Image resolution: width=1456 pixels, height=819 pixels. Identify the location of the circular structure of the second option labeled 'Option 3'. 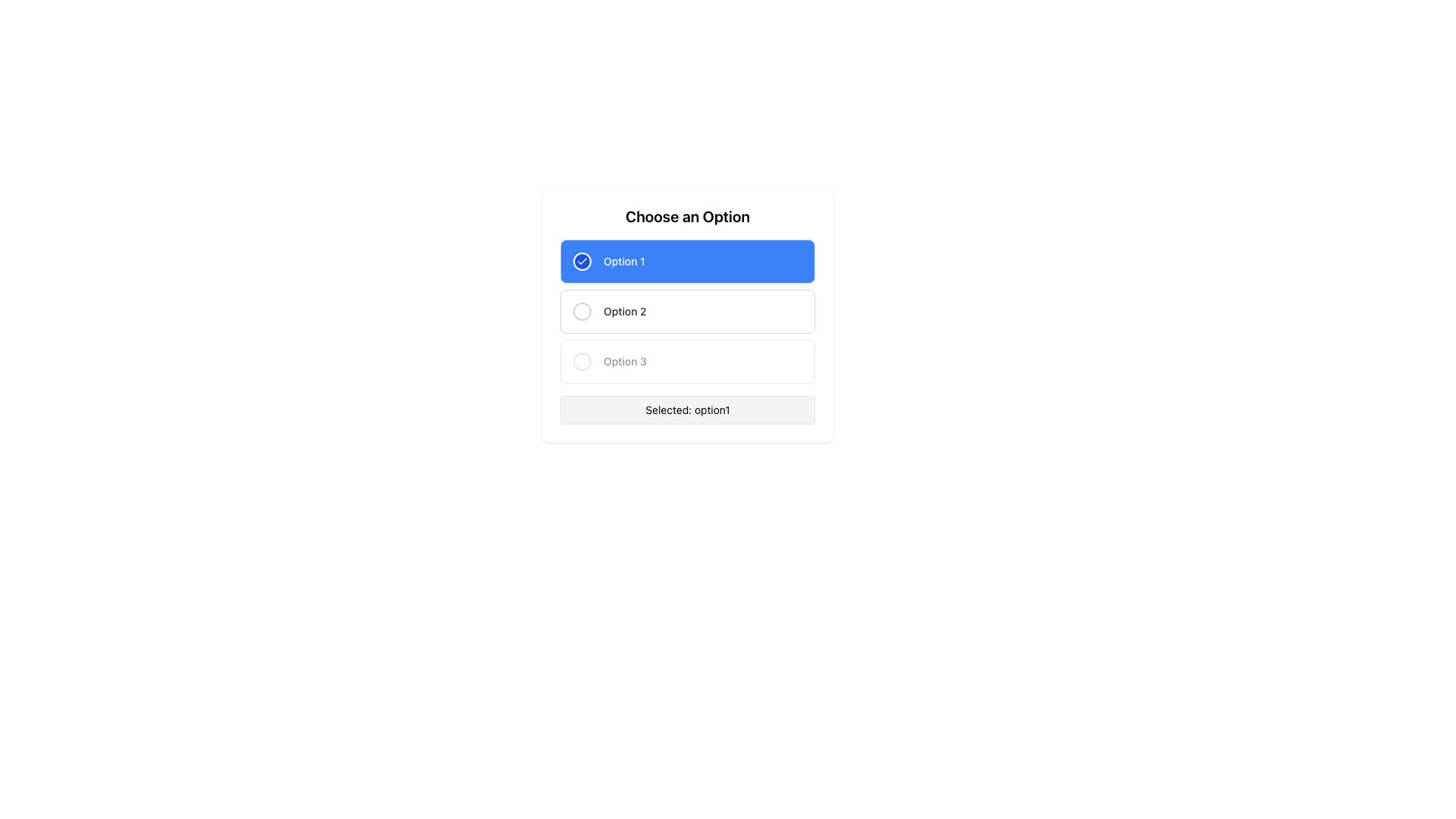
(582, 362).